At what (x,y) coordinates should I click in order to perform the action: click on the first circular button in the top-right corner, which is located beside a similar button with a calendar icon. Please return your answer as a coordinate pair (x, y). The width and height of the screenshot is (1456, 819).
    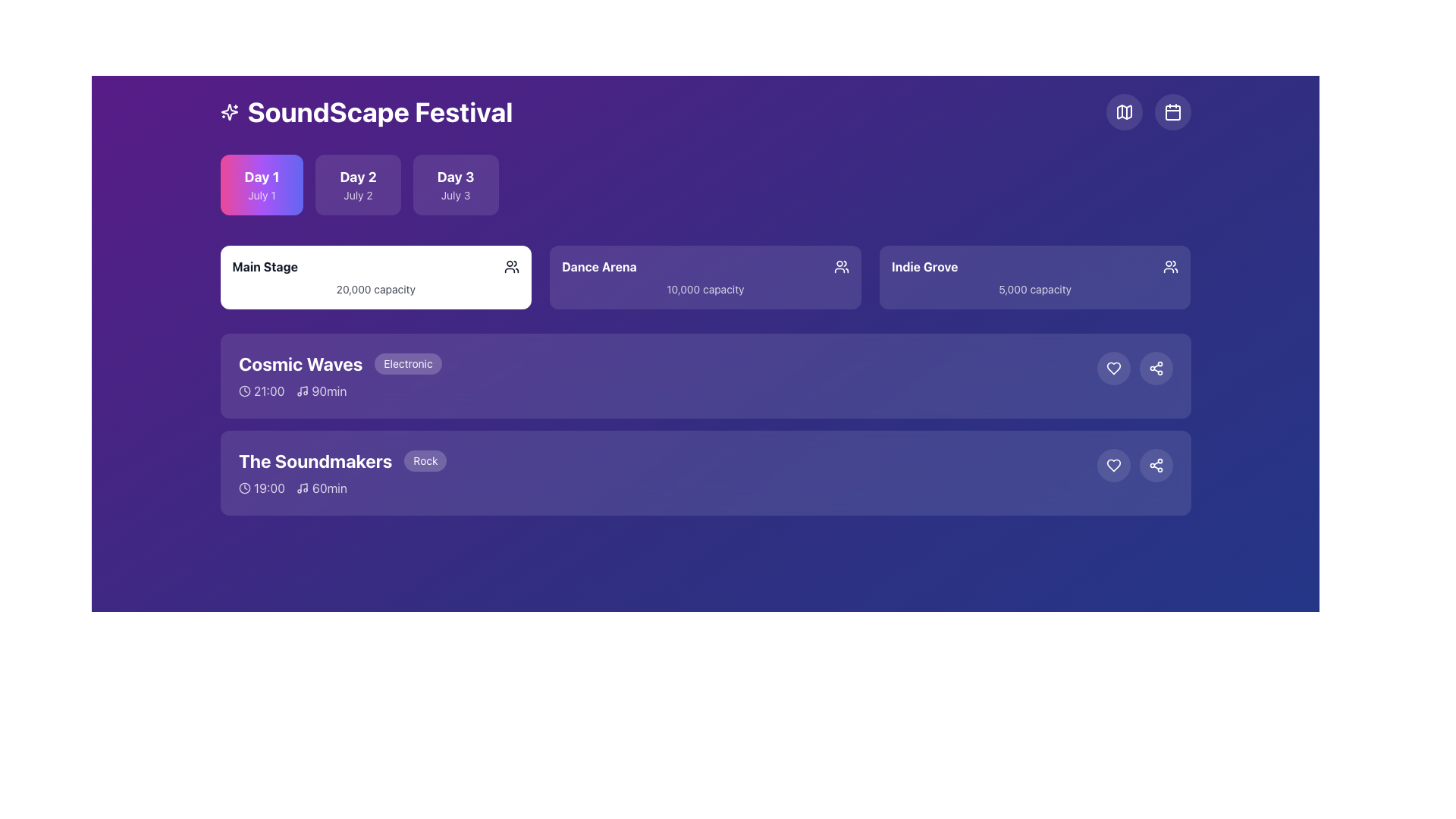
    Looking at the image, I should click on (1124, 111).